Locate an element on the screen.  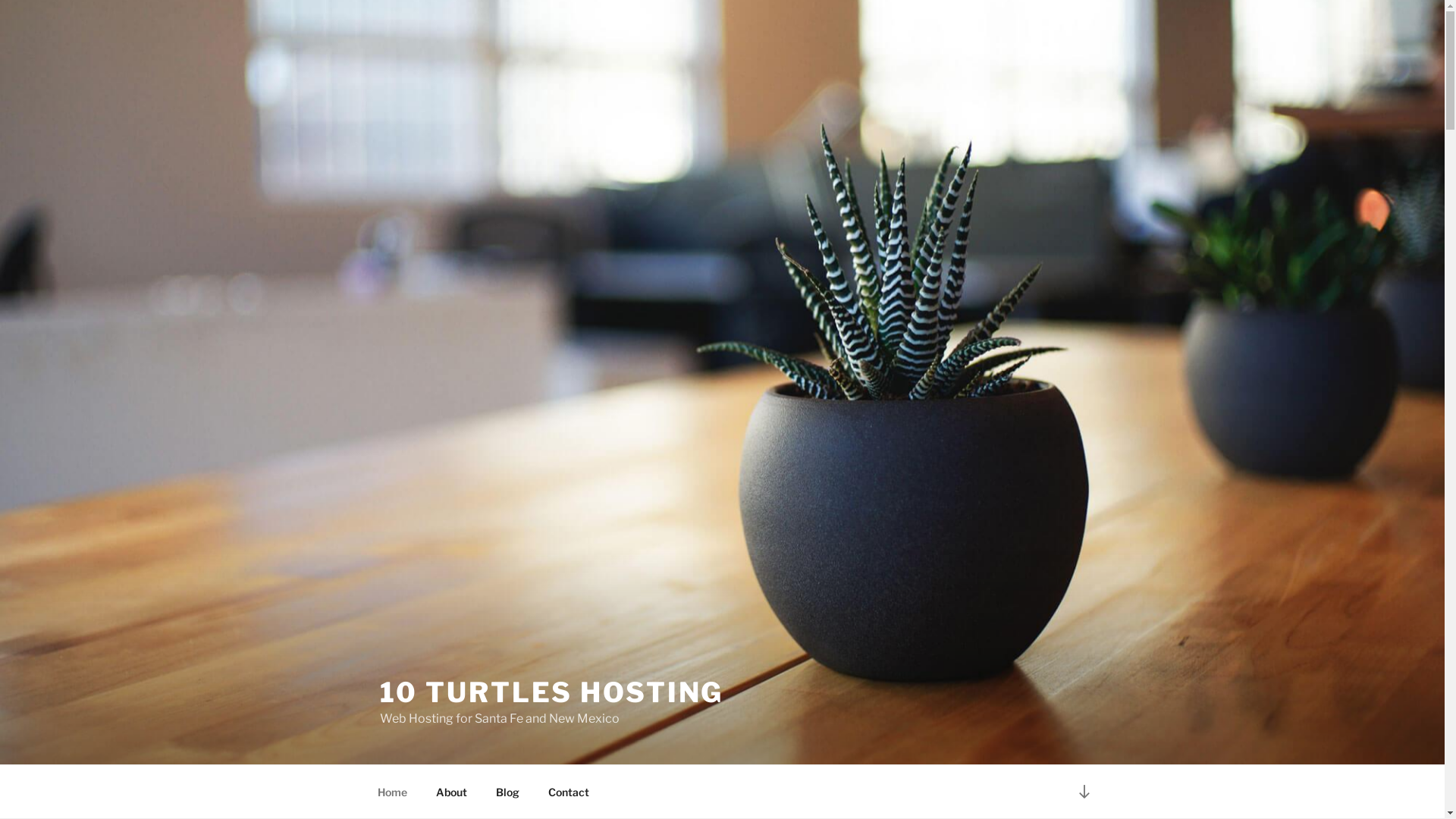
'Skip to content' is located at coordinates (0, 0).